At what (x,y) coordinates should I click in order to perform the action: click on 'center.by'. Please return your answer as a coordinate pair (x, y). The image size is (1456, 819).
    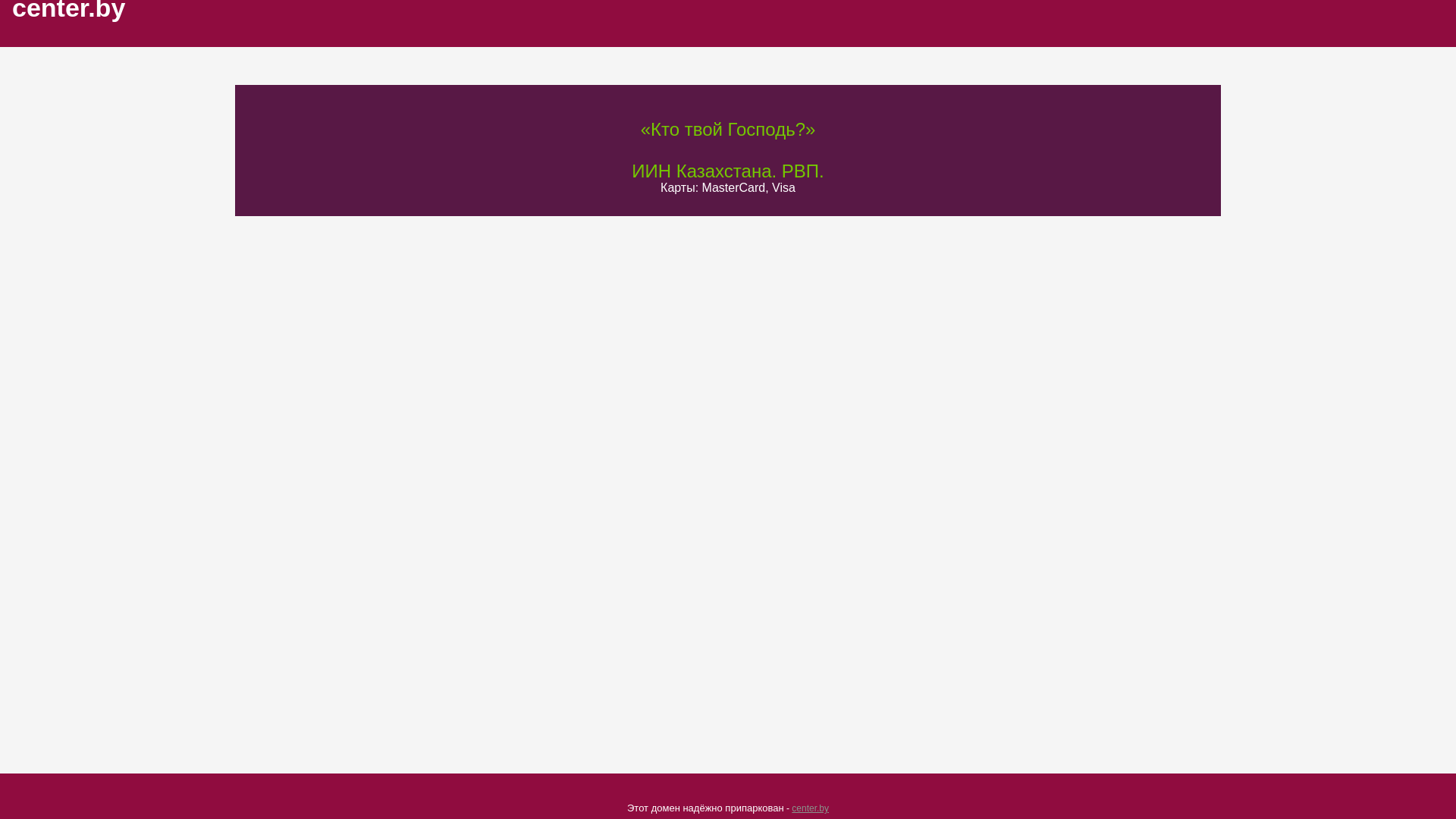
    Looking at the image, I should click on (809, 807).